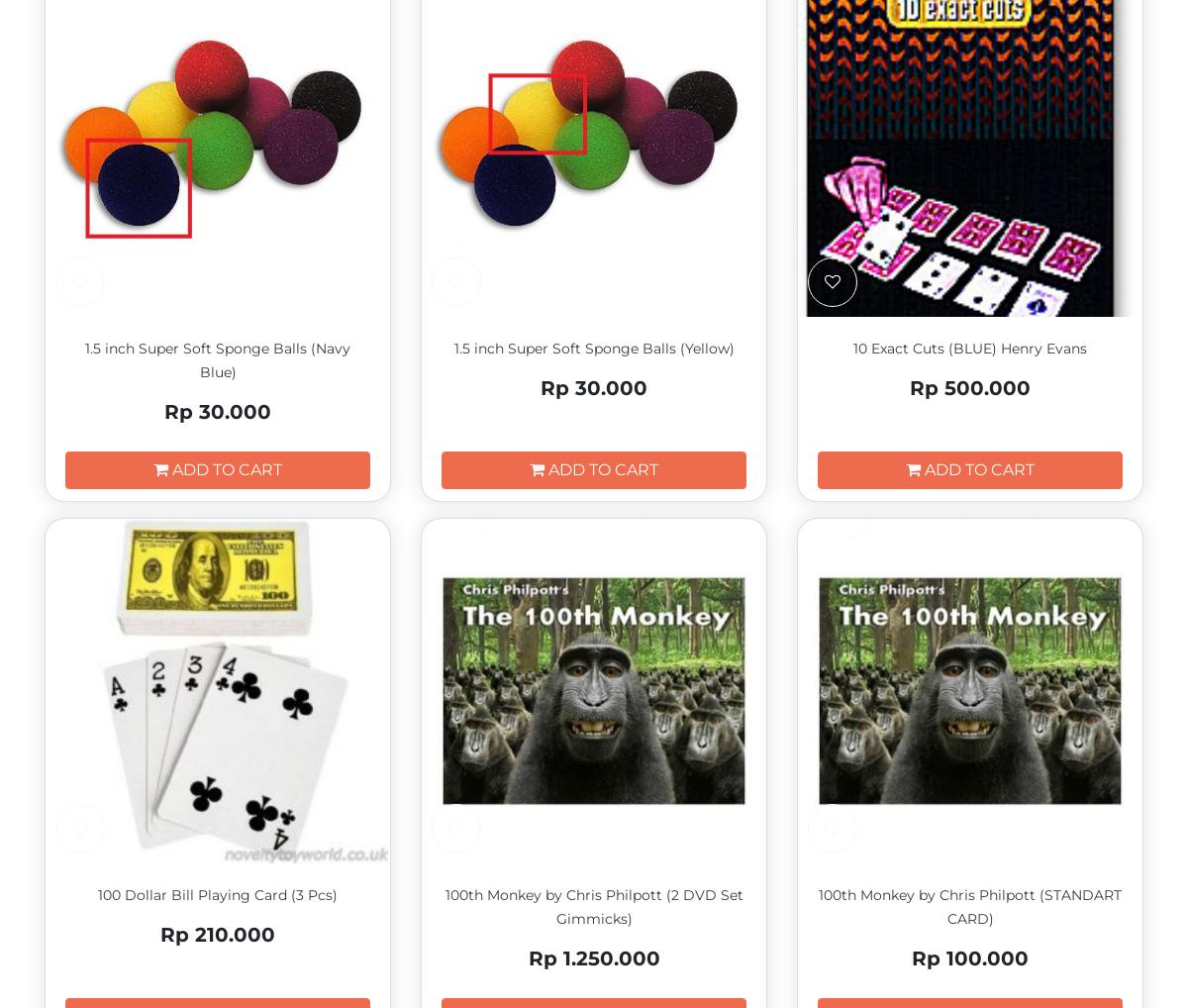  What do you see at coordinates (216, 894) in the screenshot?
I see `'100 Dollar Bill Playing Card (3 Pcs)'` at bounding box center [216, 894].